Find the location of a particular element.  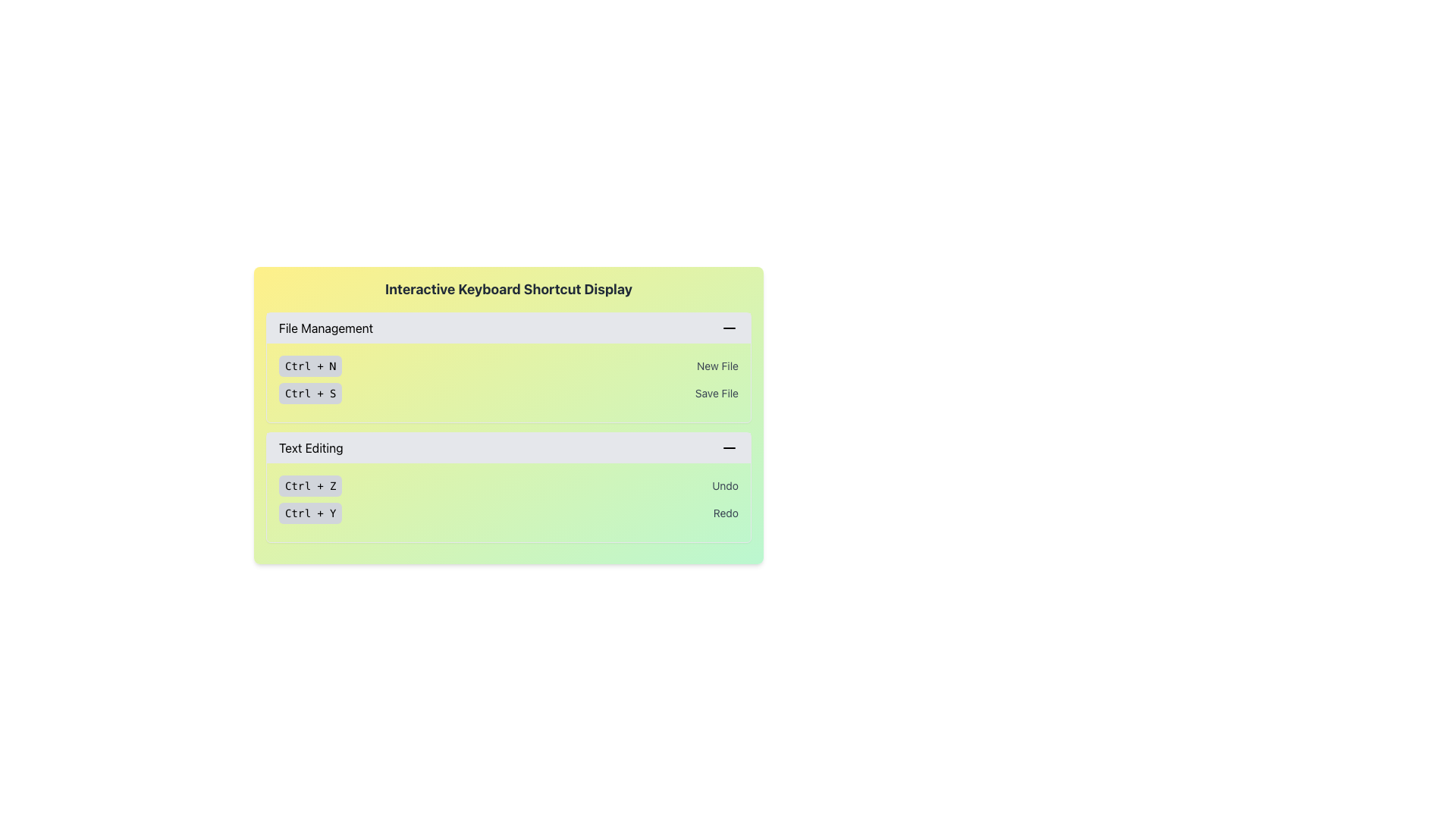

the second item in the 'File Management' group that presents a keyboard shortcut and its corresponding action, located below 'Ctrl + N New File' is located at coordinates (509, 393).